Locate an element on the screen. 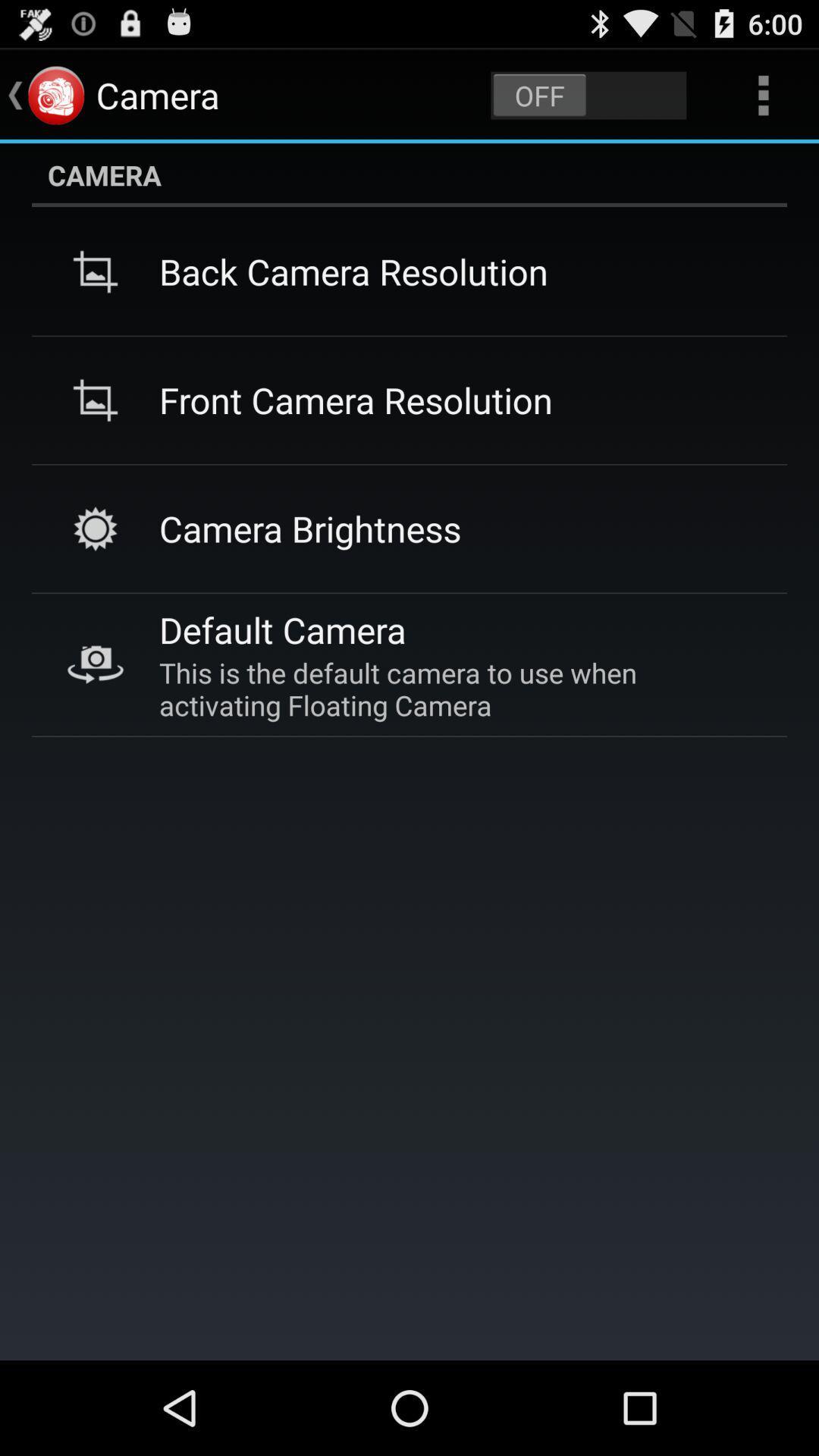 This screenshot has width=819, height=1456. icon below the front camera resolution app is located at coordinates (309, 529).